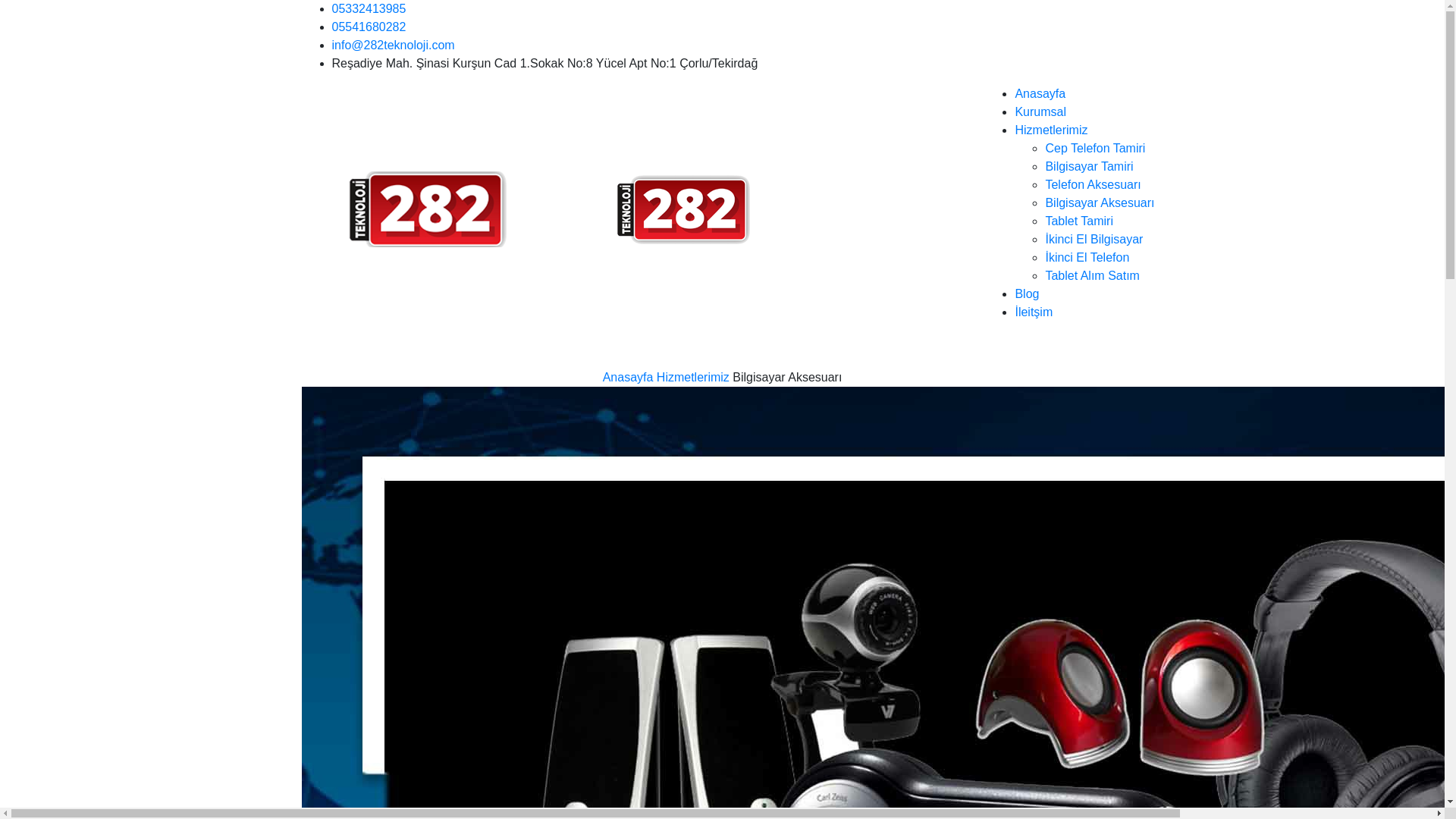  What do you see at coordinates (628, 376) in the screenshot?
I see `'Anasayfa'` at bounding box center [628, 376].